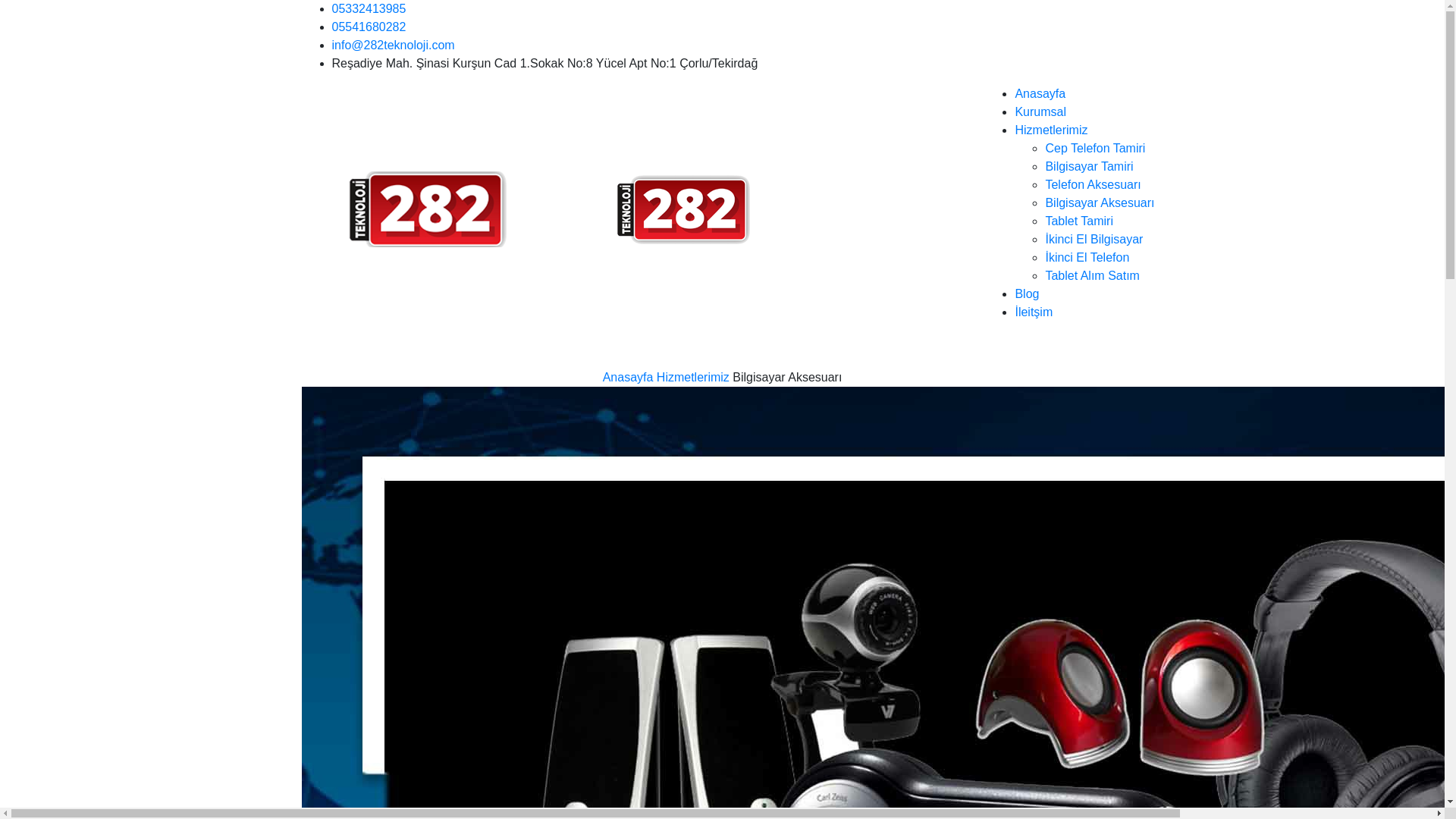  What do you see at coordinates (628, 376) in the screenshot?
I see `'Anasayfa'` at bounding box center [628, 376].